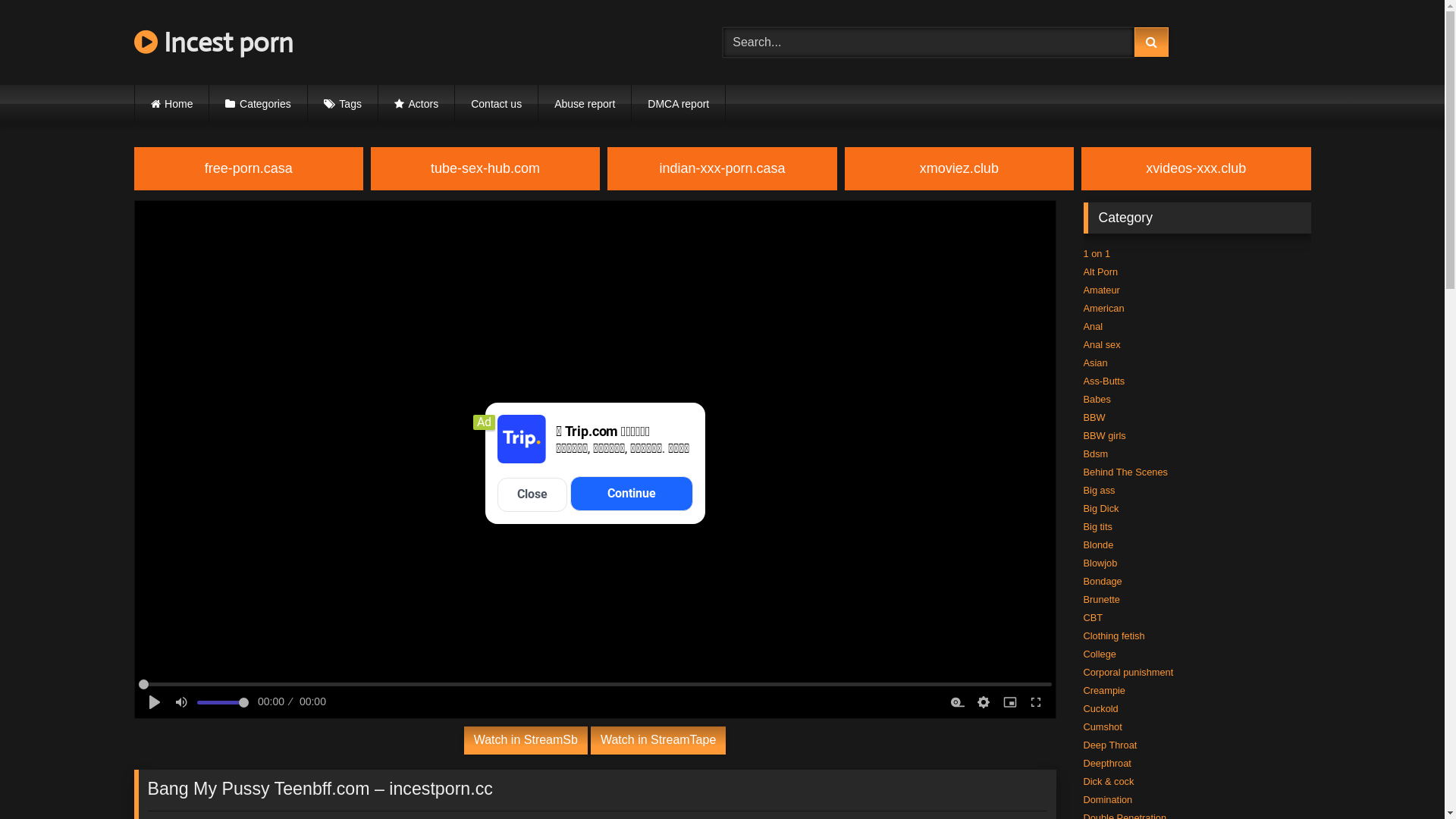  Describe the element at coordinates (1095, 453) in the screenshot. I see `'Bdsm'` at that location.